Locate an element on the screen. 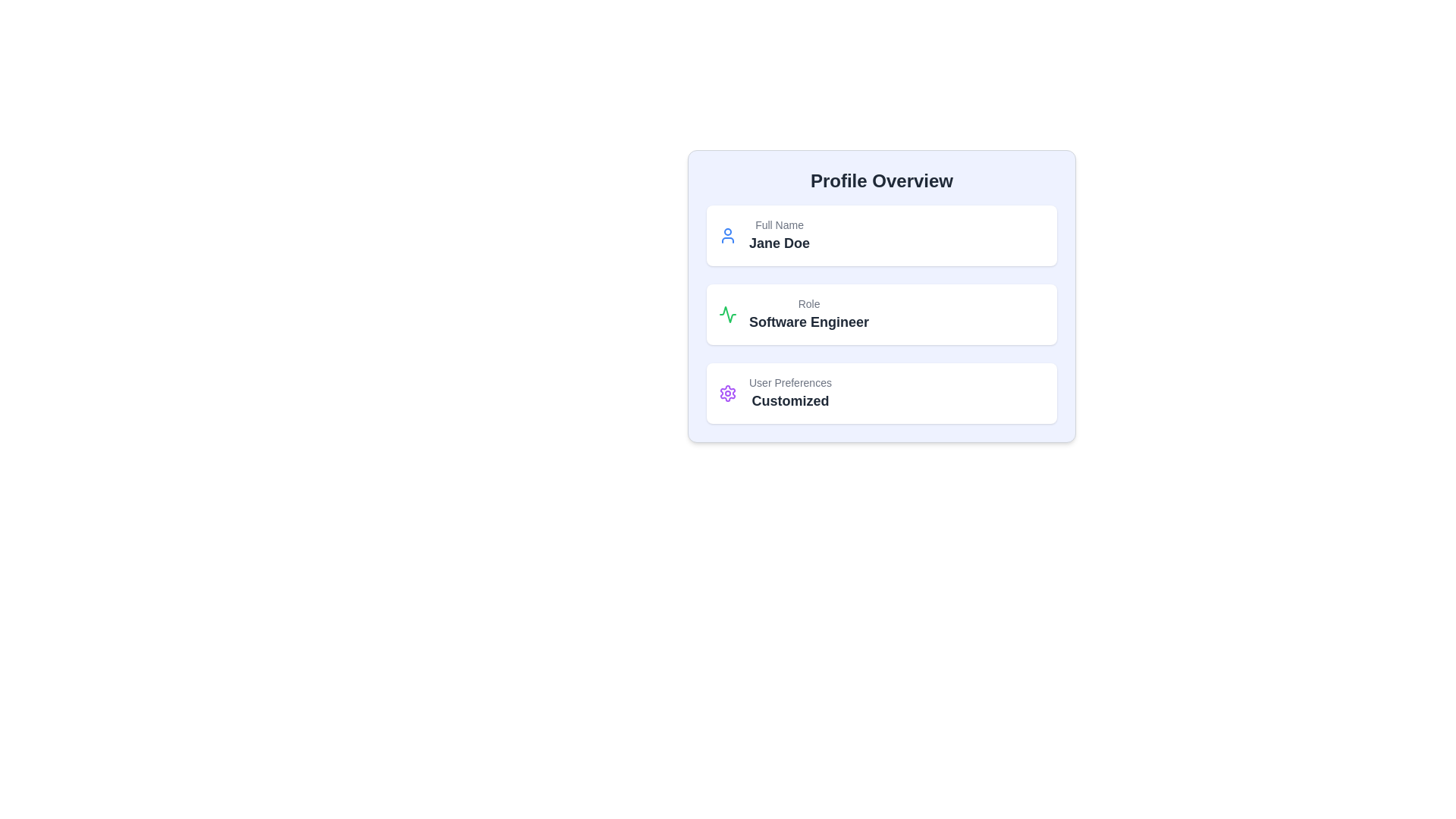 The image size is (1456, 819). the informational text block that displays the user's full name along with an icon, located at the top of the profile details list within a rounded card is located at coordinates (764, 236).